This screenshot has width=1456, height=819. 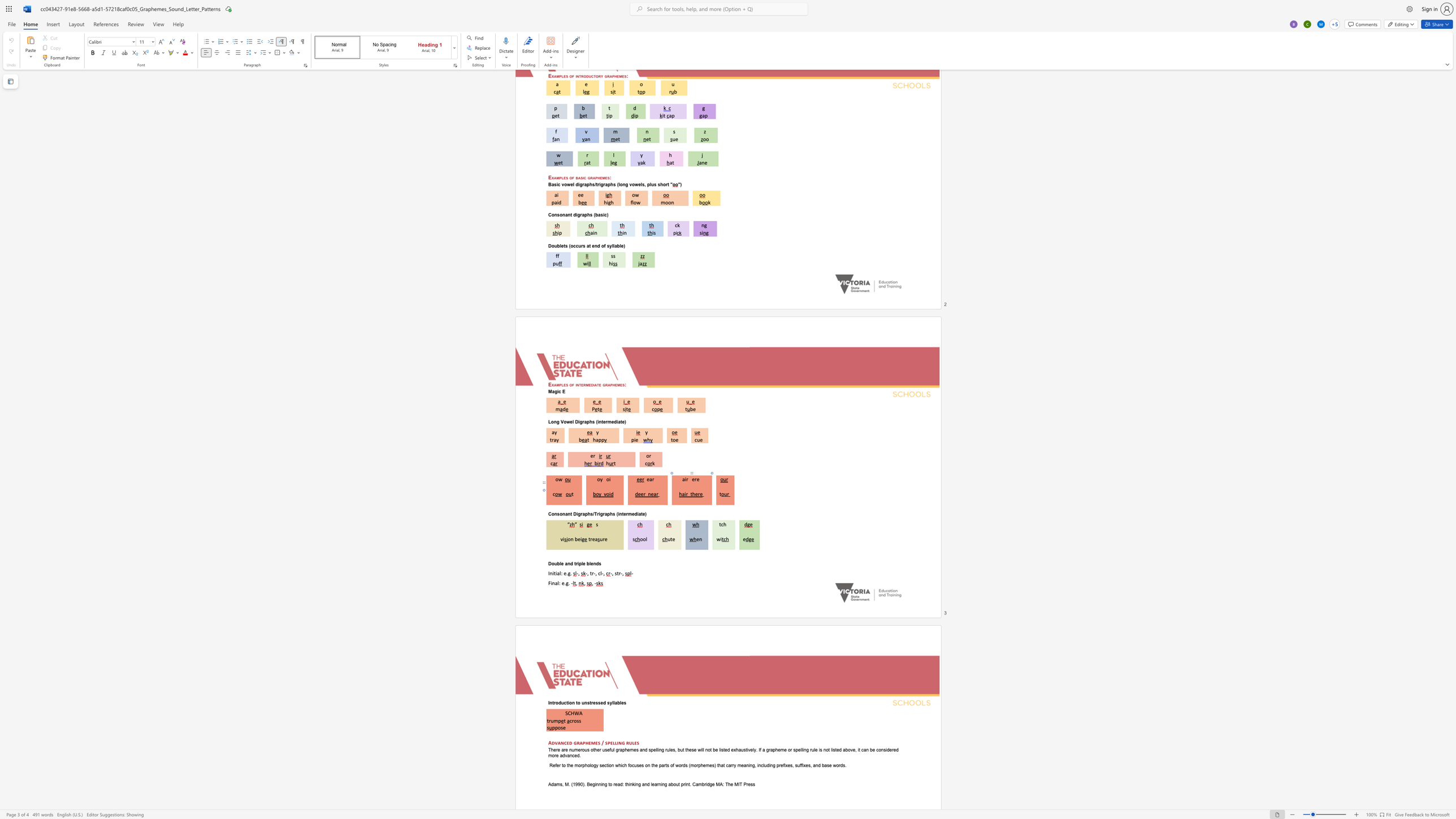 What do you see at coordinates (552, 563) in the screenshot?
I see `the 1th character "o" in the text` at bounding box center [552, 563].